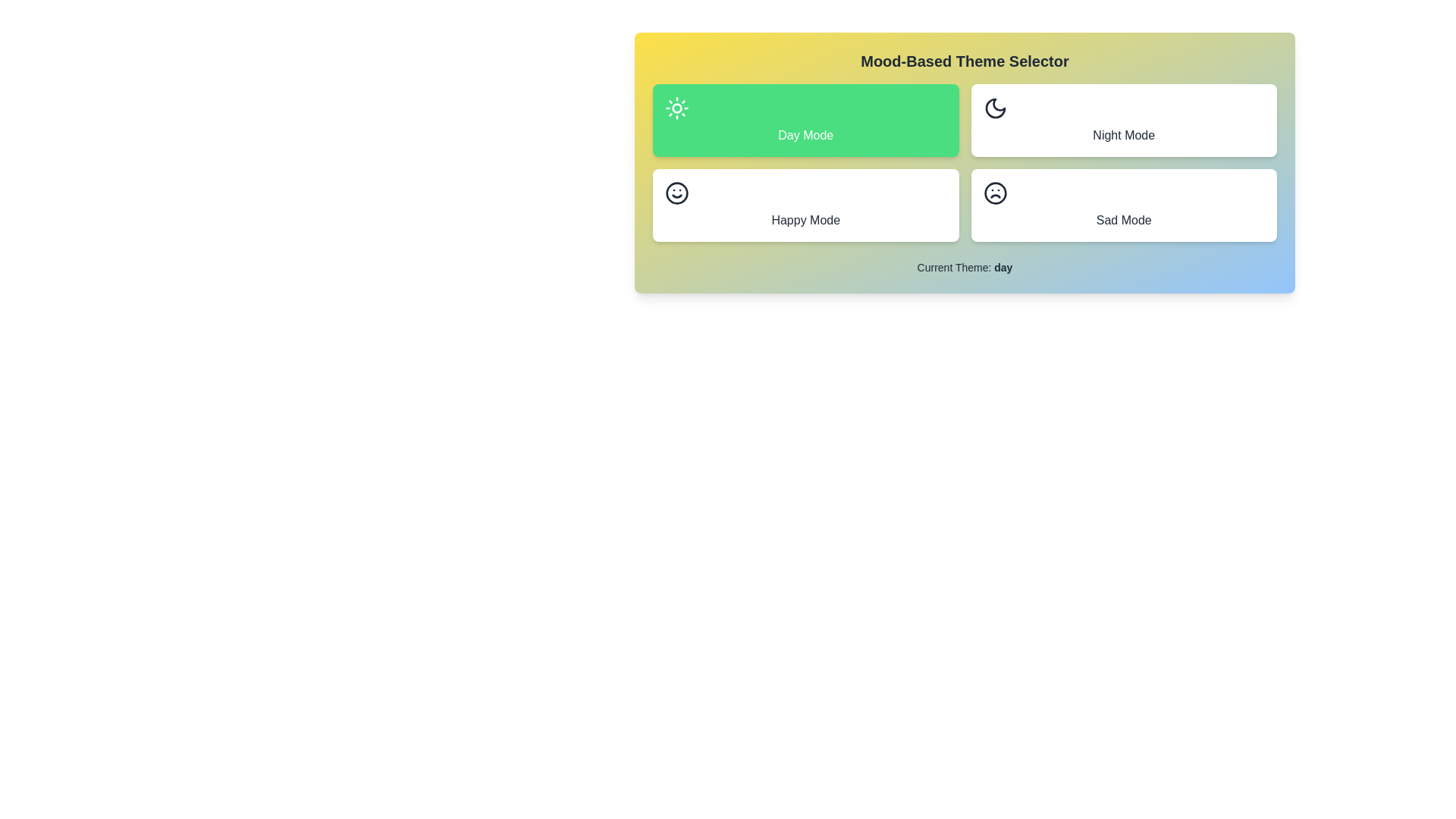 The height and width of the screenshot is (819, 1456). What do you see at coordinates (1124, 119) in the screenshot?
I see `the theme night by clicking on its corresponding button` at bounding box center [1124, 119].